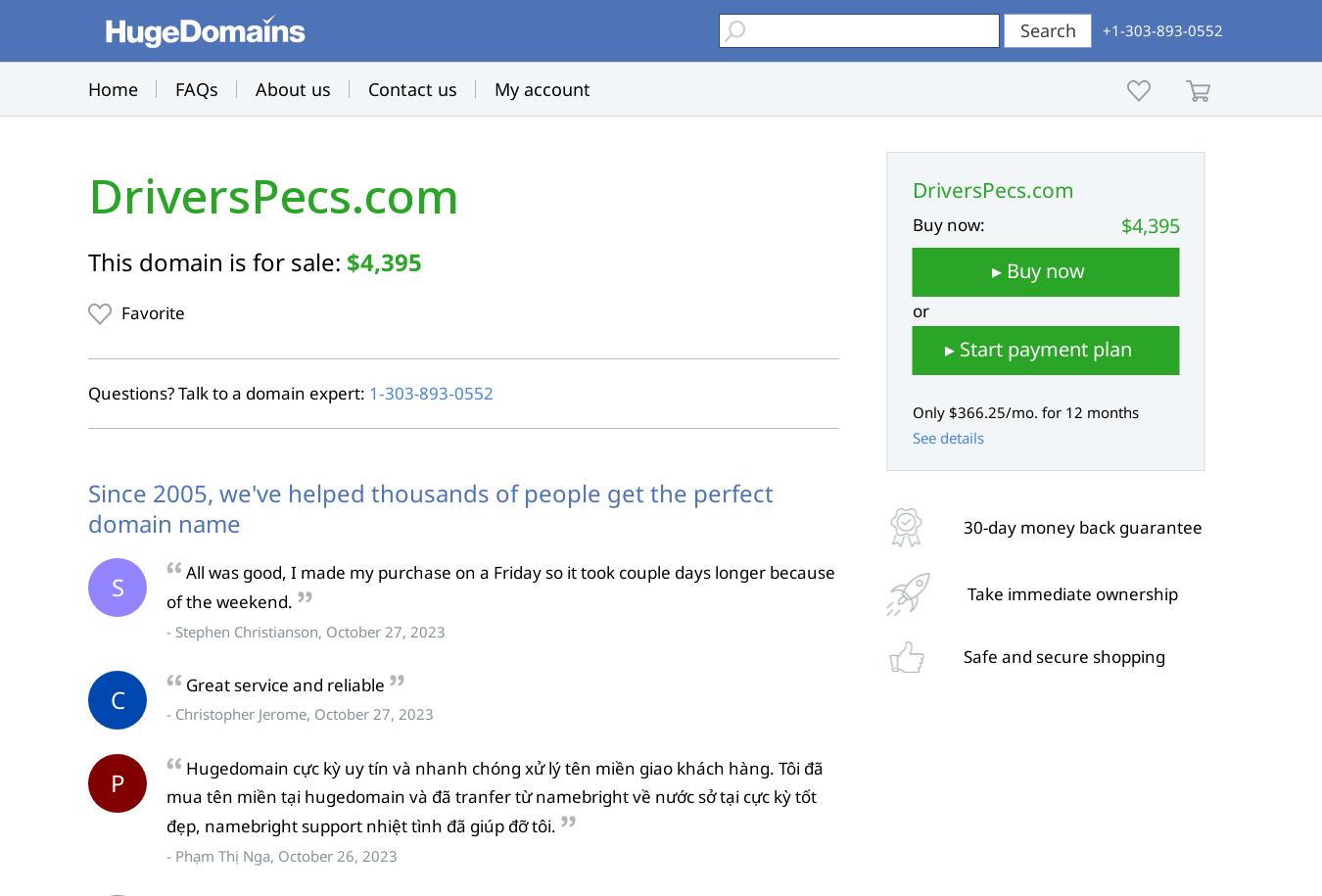 The image size is (1322, 896). What do you see at coordinates (87, 195) in the screenshot?
I see `'DriversPecs.com'` at bounding box center [87, 195].